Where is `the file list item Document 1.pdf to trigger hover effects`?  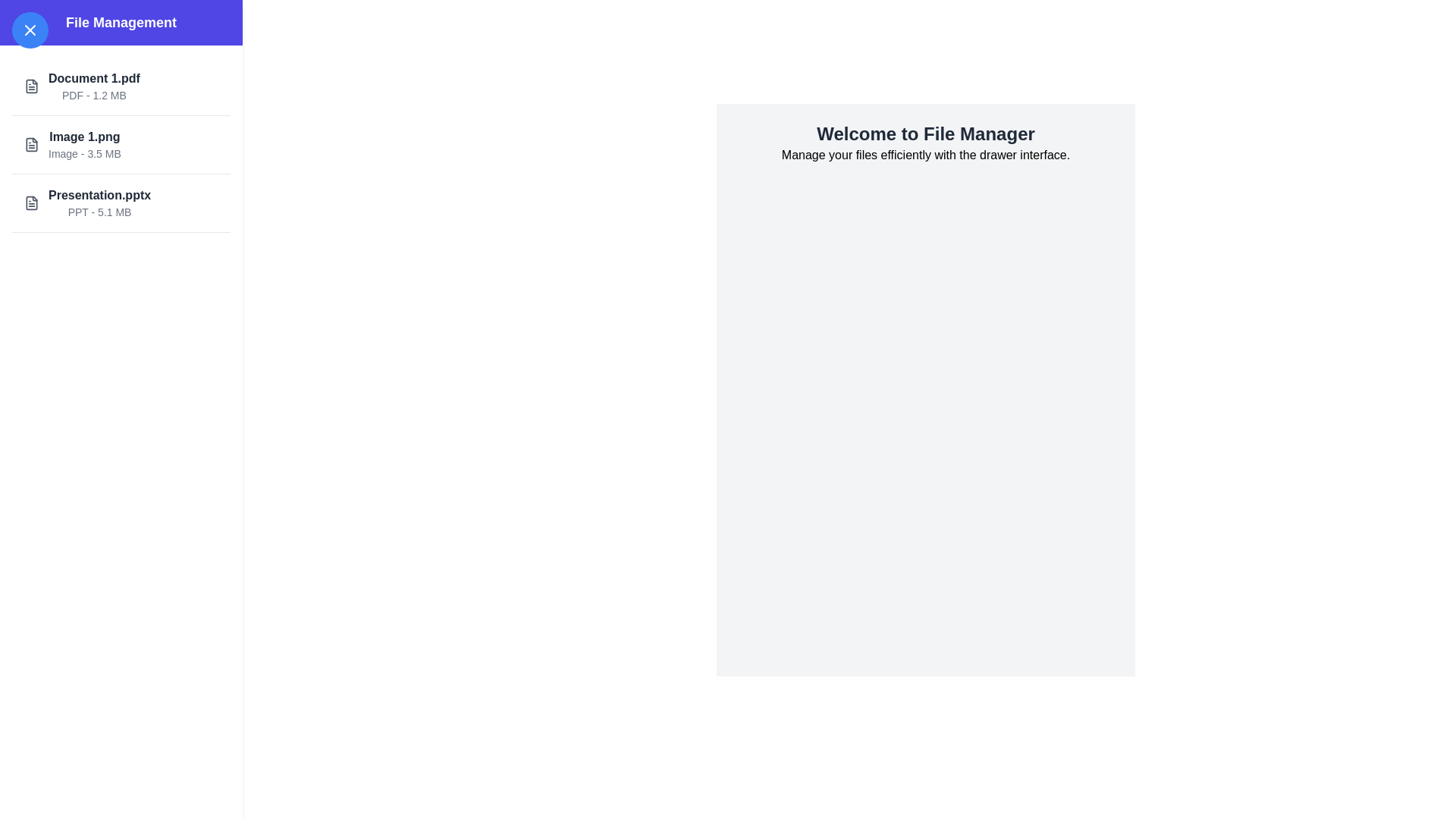
the file list item Document 1.pdf to trigger hover effects is located at coordinates (120, 86).